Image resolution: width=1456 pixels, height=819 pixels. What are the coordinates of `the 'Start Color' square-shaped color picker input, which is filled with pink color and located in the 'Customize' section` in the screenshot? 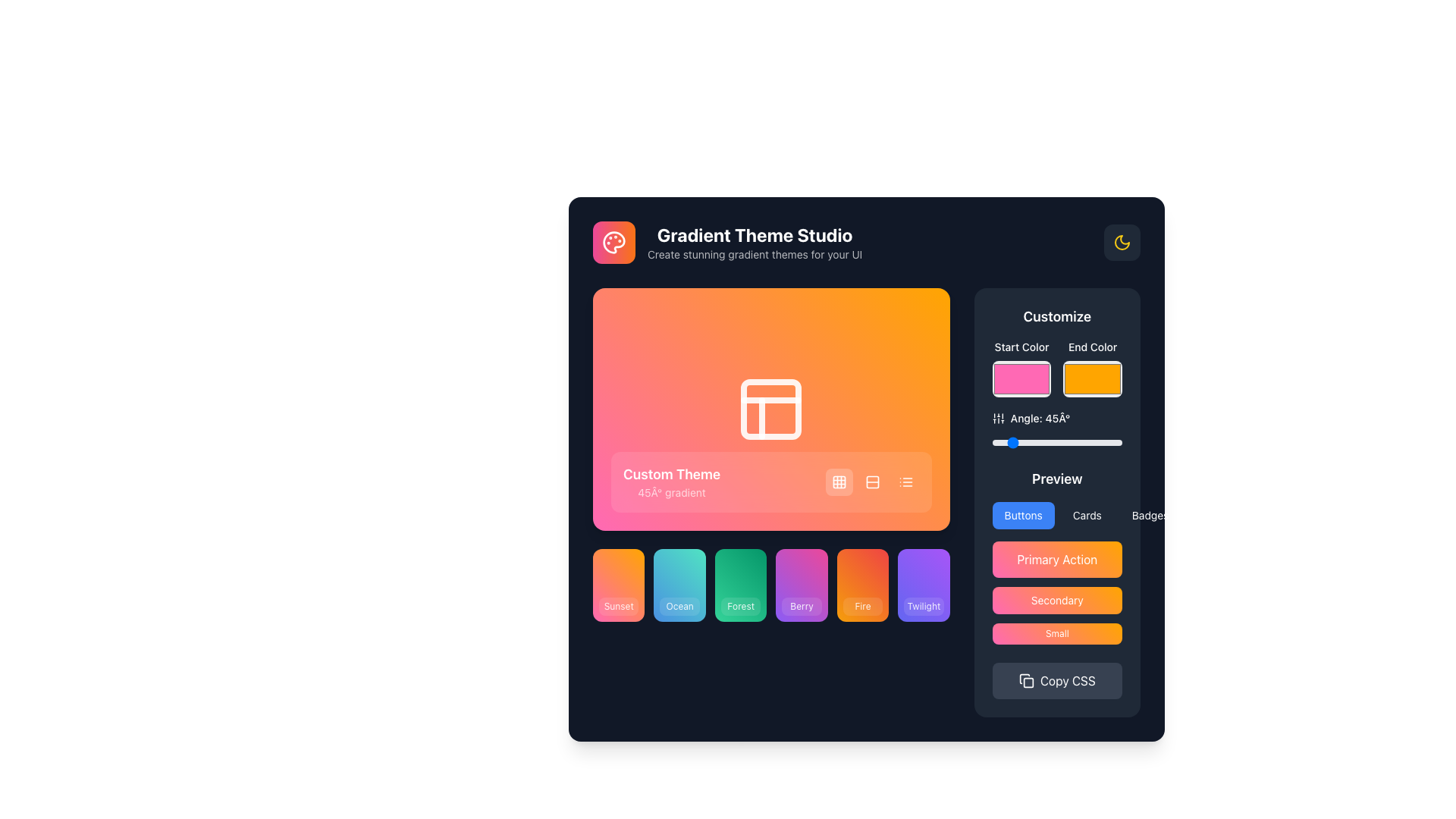 It's located at (1021, 369).